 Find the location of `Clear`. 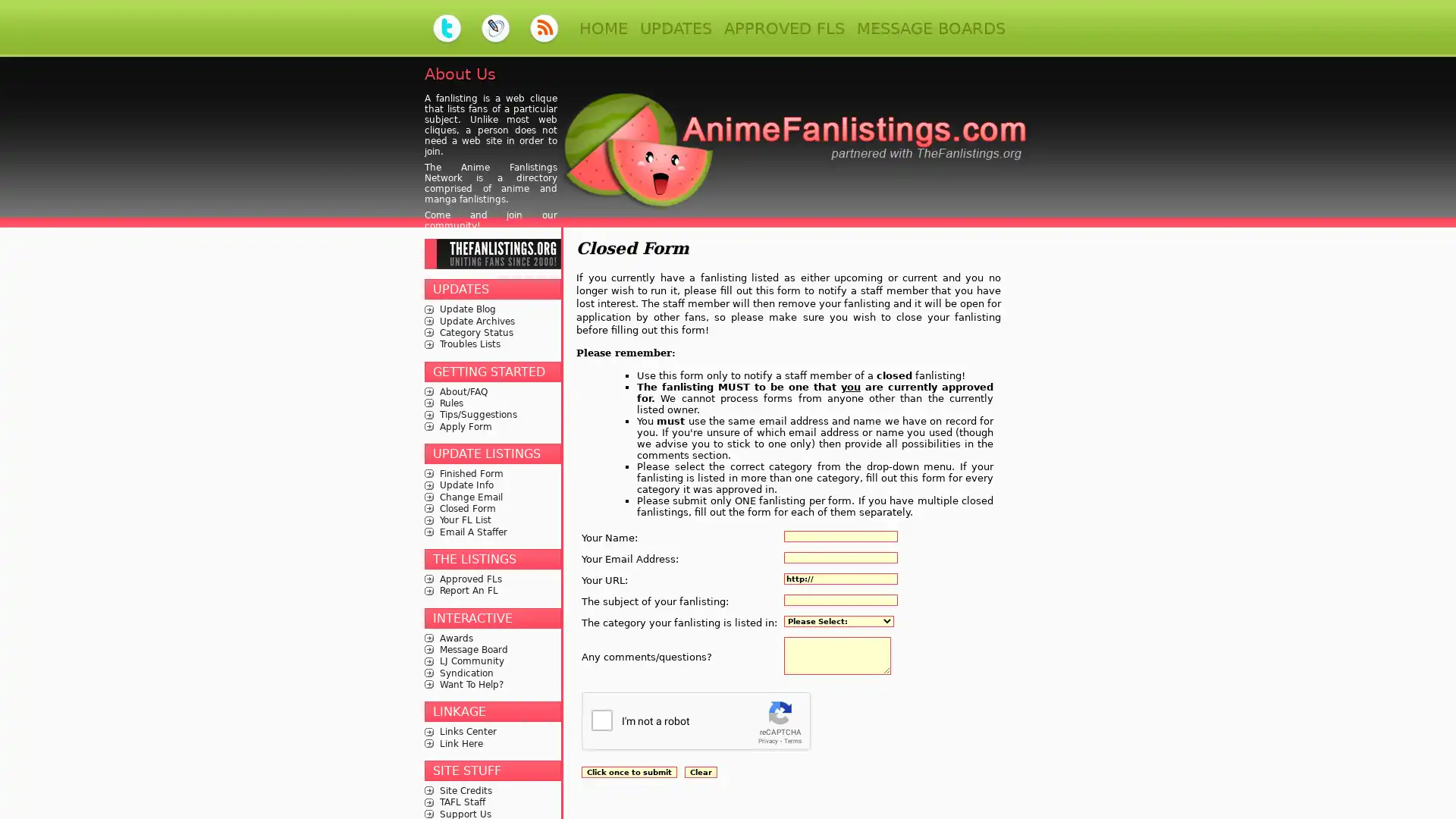

Clear is located at coordinates (700, 771).